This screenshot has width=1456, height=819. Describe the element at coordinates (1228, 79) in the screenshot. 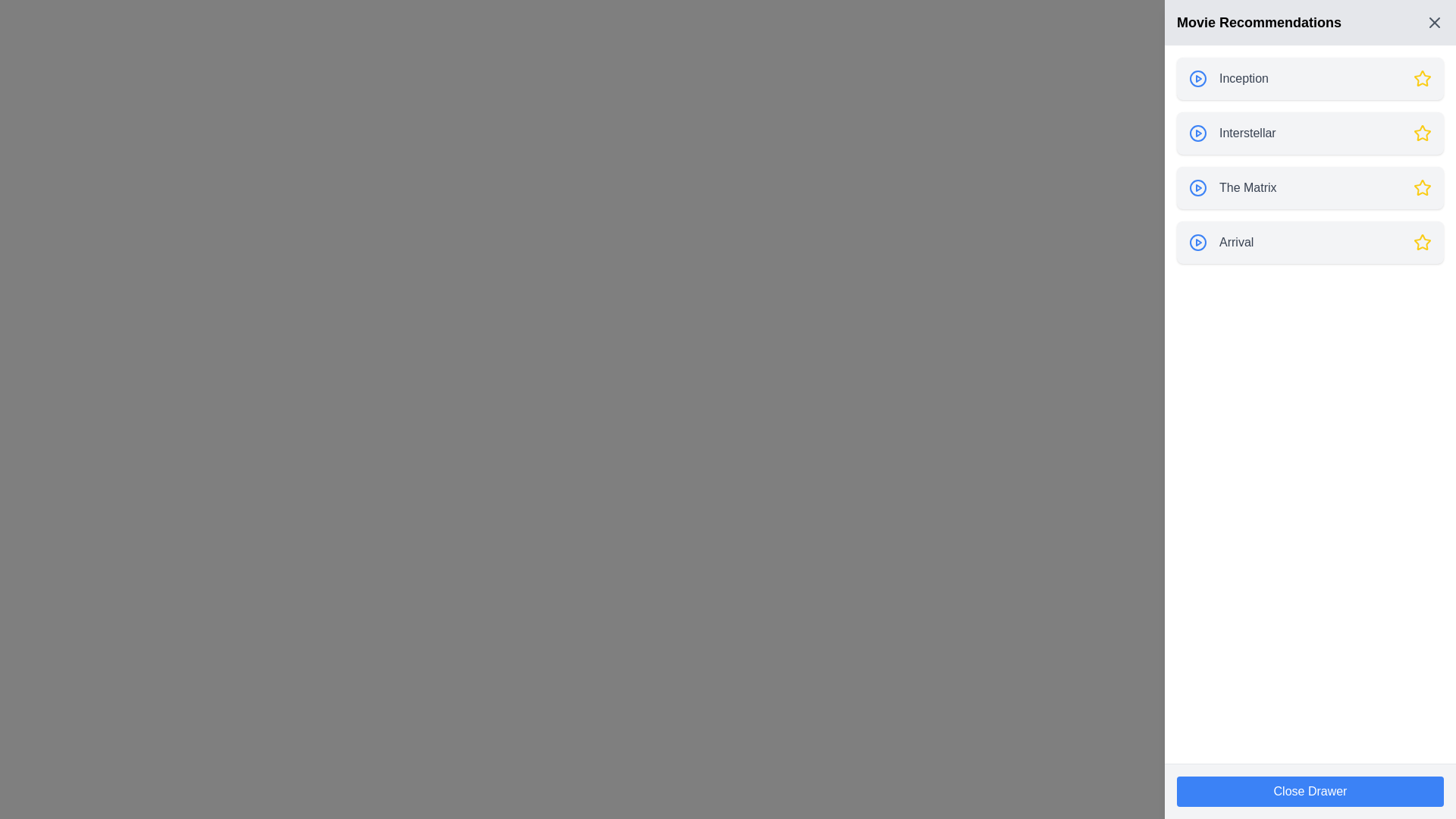

I see `the selectable list item representing the movie 'Inception'` at that location.